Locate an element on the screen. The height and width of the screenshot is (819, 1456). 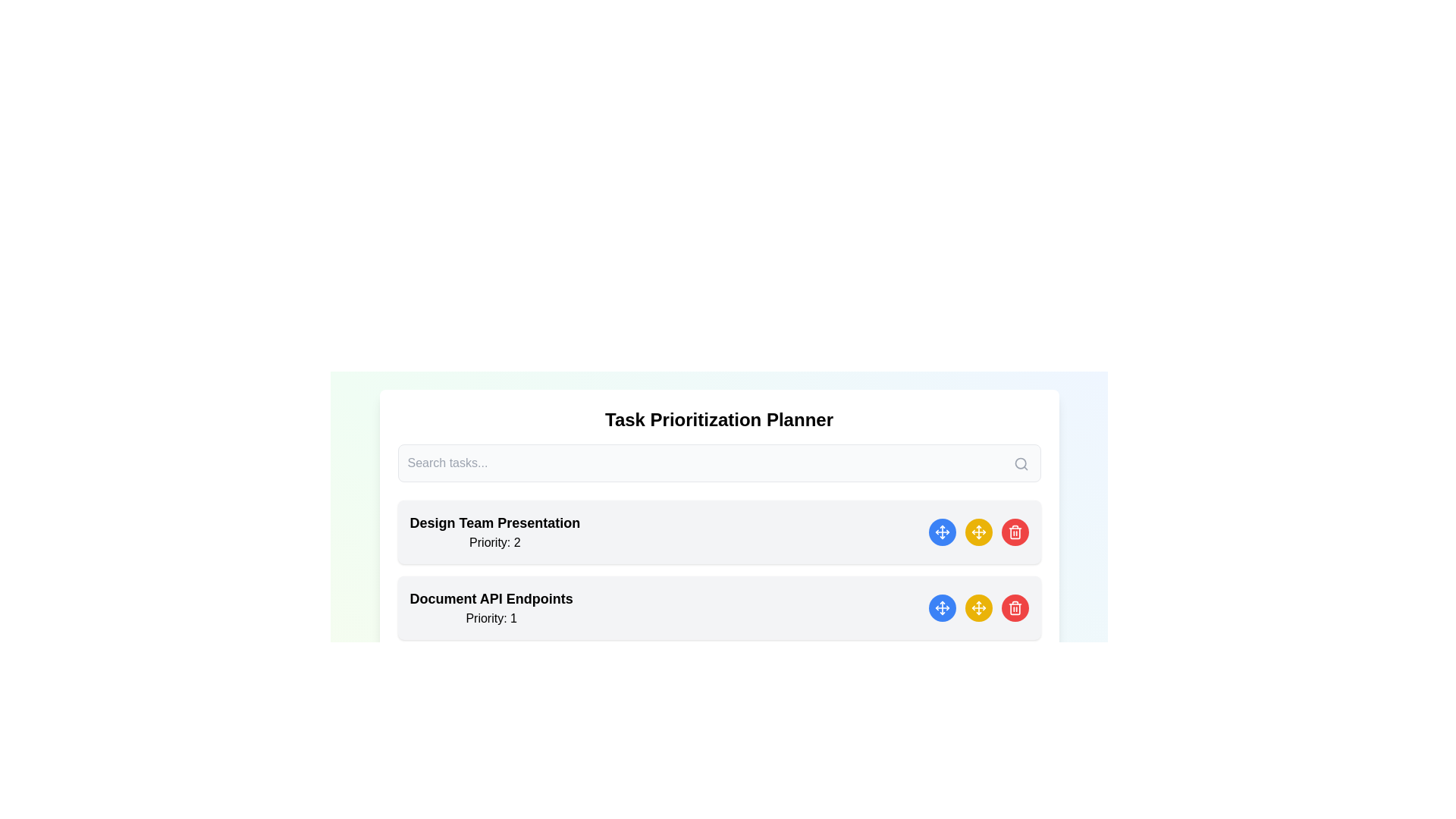
the trash bin icon button located in the bottom-right corner of the 'Document API Endpoints' task item is located at coordinates (1015, 532).